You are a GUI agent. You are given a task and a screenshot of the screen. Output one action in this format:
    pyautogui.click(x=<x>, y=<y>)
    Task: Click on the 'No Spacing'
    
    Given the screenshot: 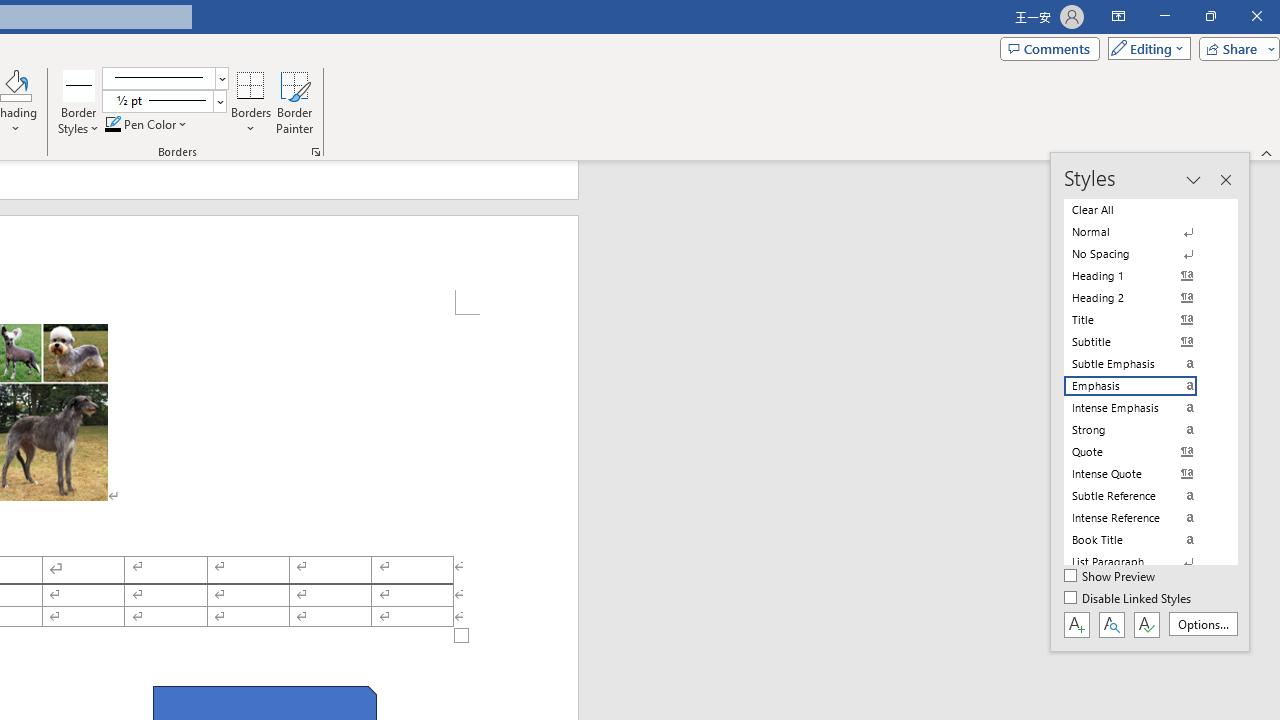 What is the action you would take?
    pyautogui.click(x=1142, y=253)
    